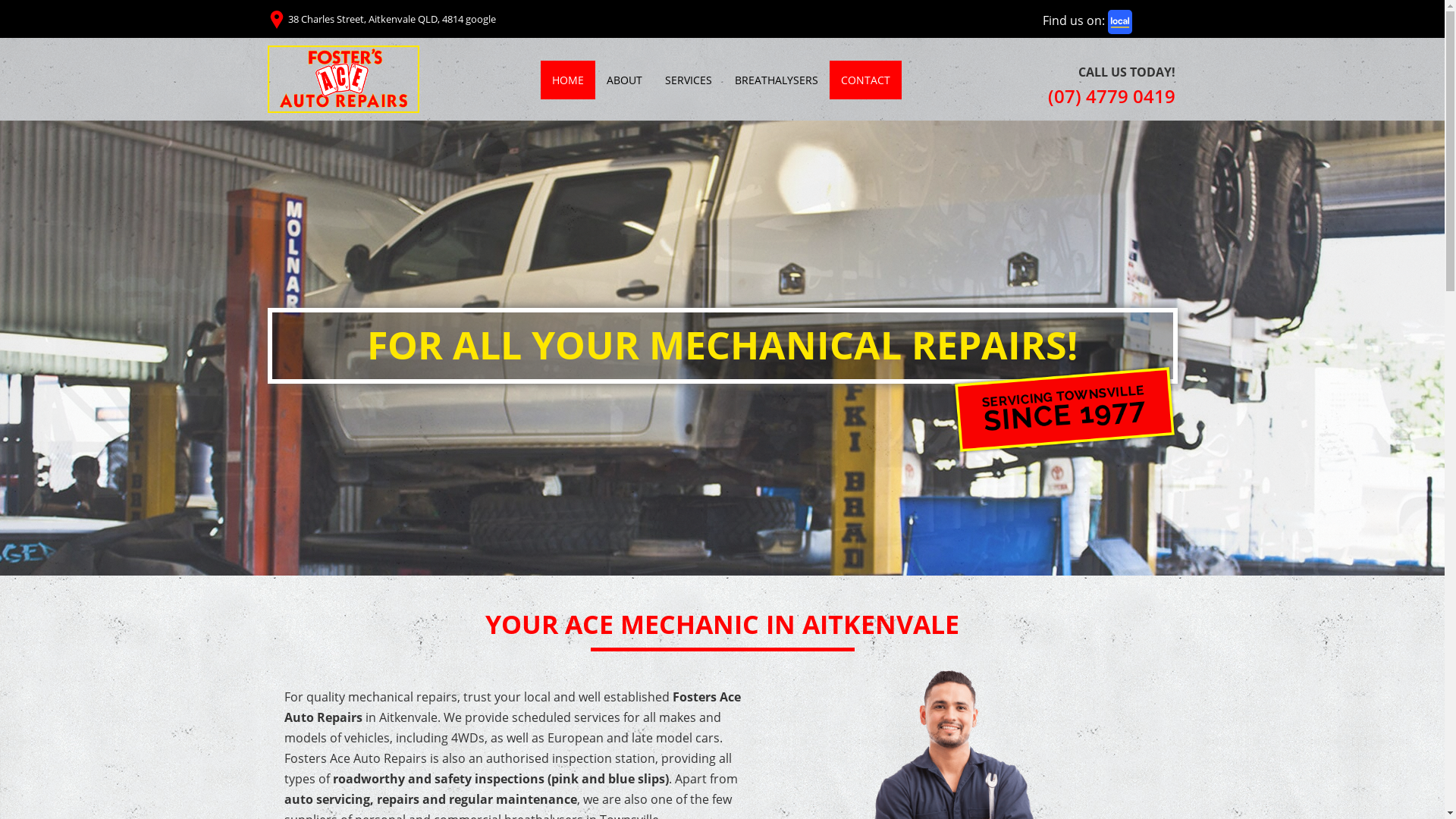 The height and width of the screenshot is (819, 1456). Describe the element at coordinates (1120, 22) in the screenshot. I see `'Localsearch'` at that location.